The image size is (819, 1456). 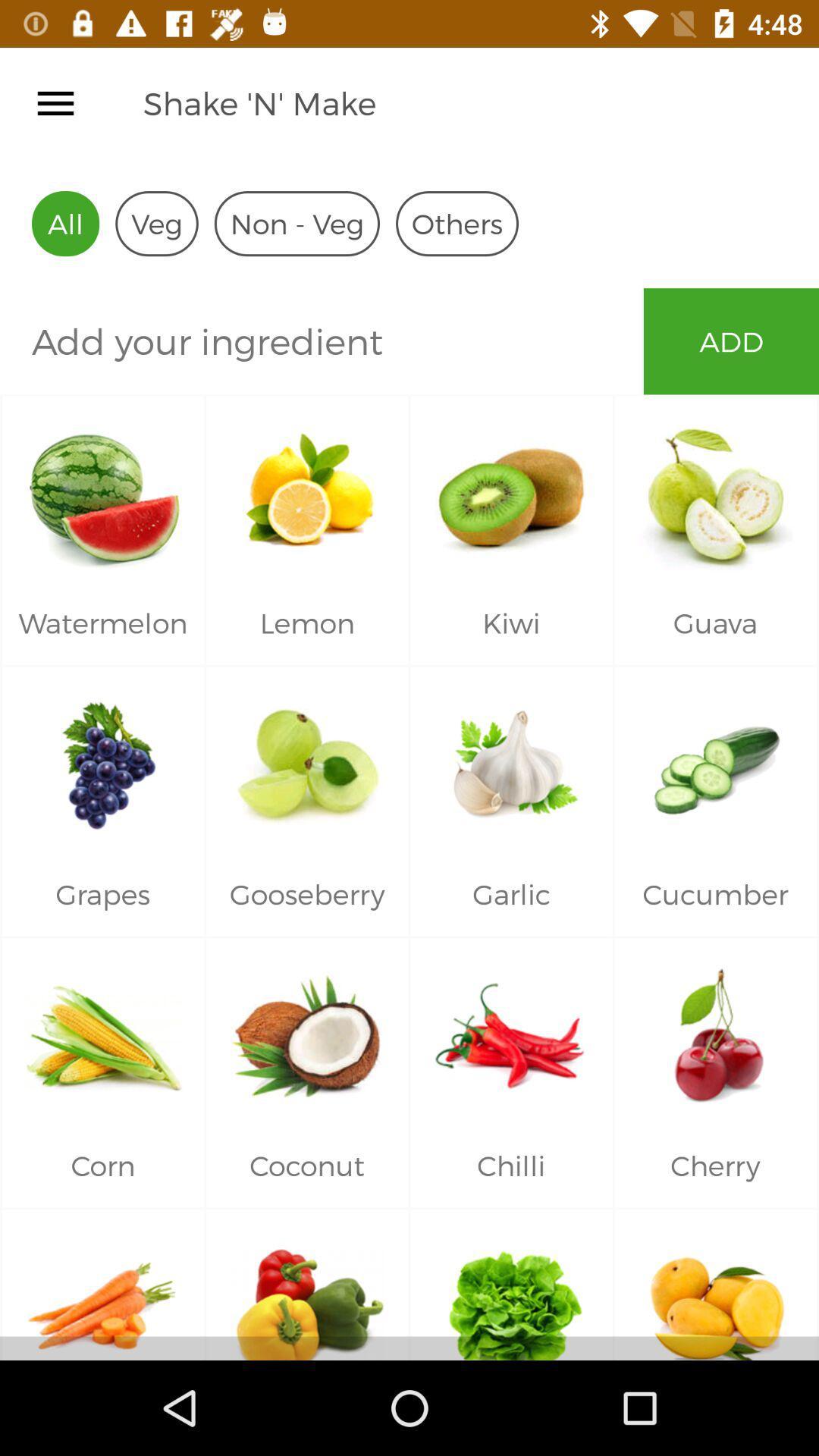 I want to click on menu, so click(x=55, y=102).